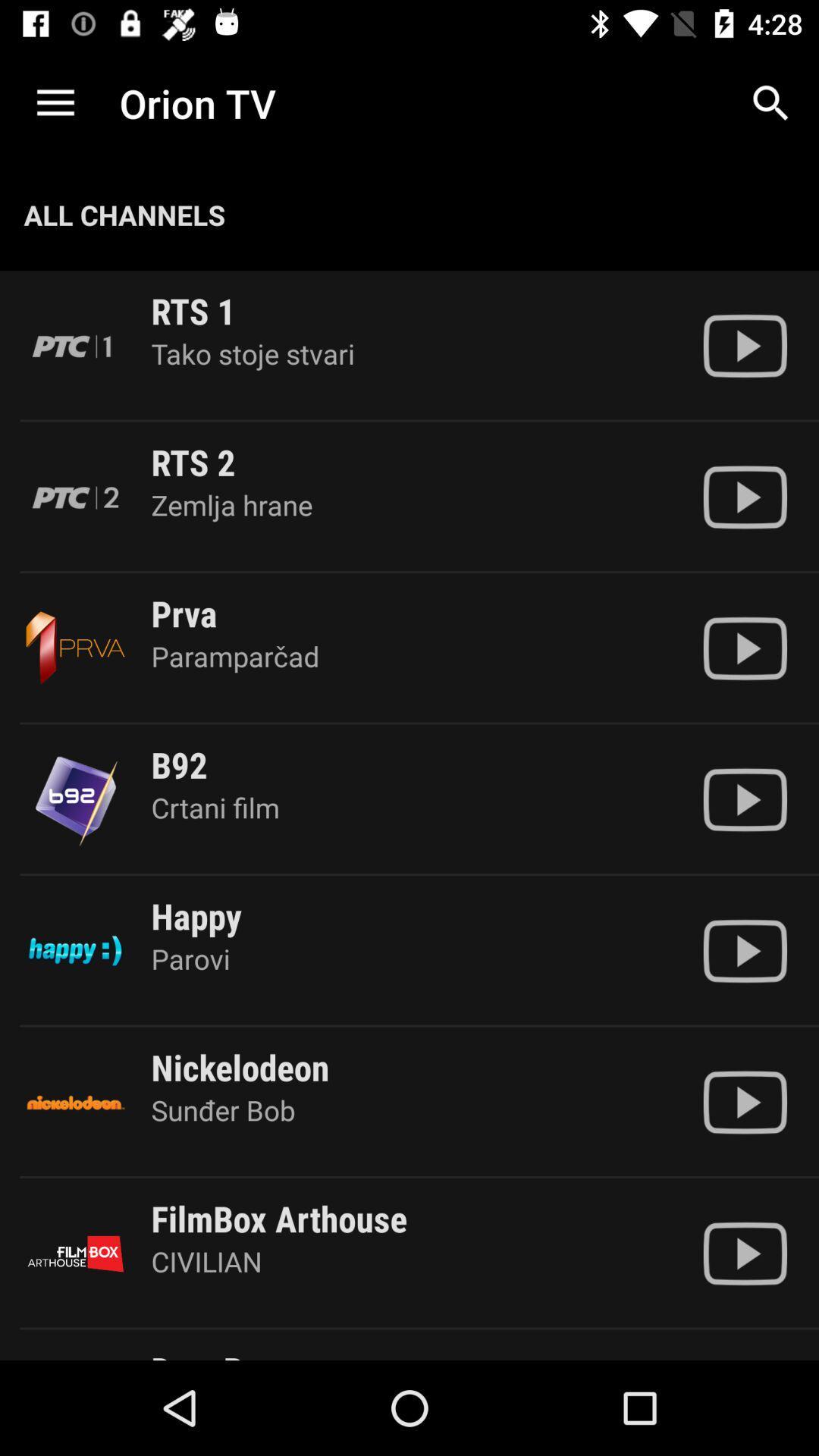 The image size is (819, 1456). What do you see at coordinates (744, 648) in the screenshot?
I see `show` at bounding box center [744, 648].